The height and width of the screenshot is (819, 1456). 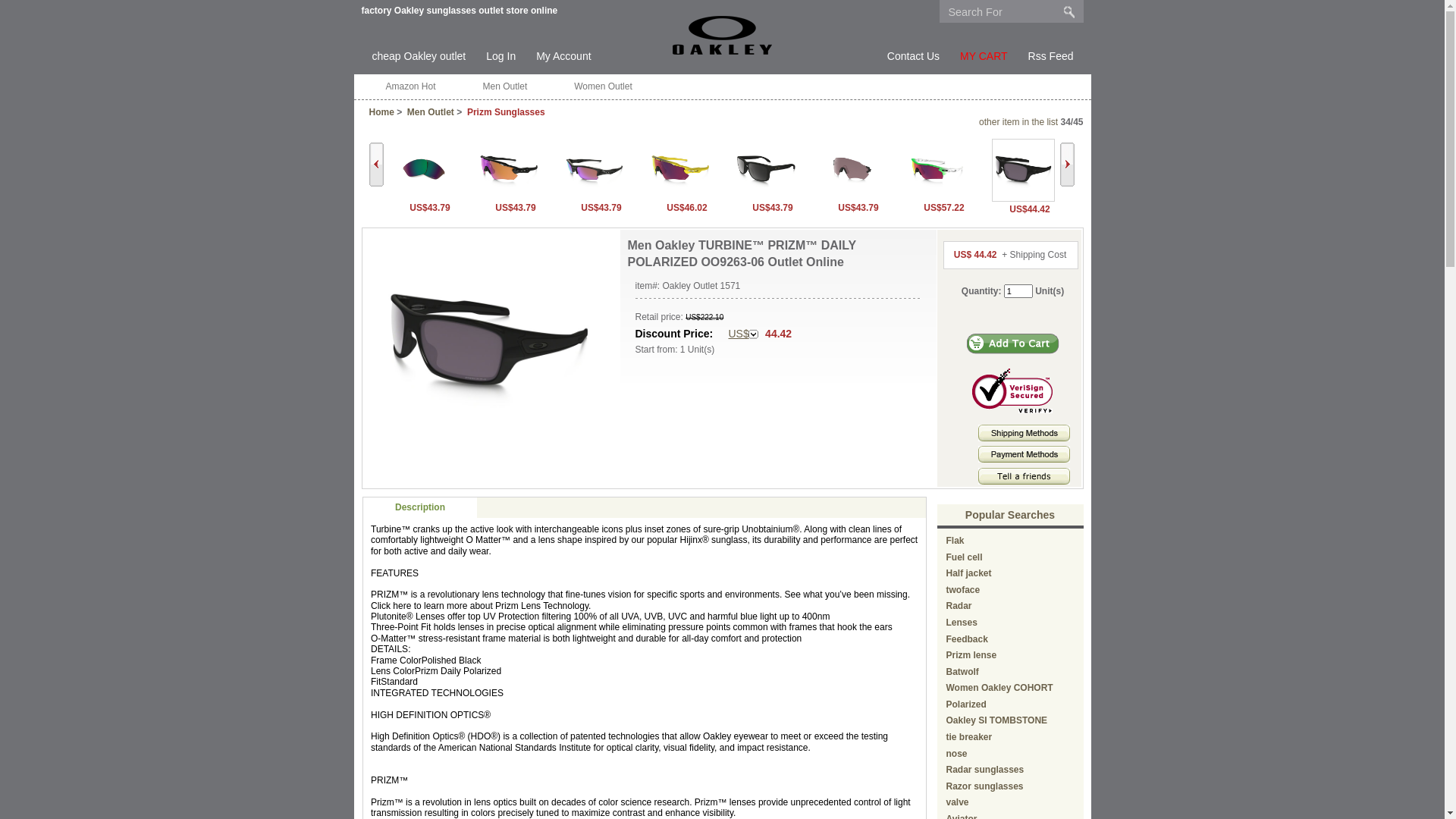 I want to click on 'cheap Oakley outlet', so click(x=419, y=55).